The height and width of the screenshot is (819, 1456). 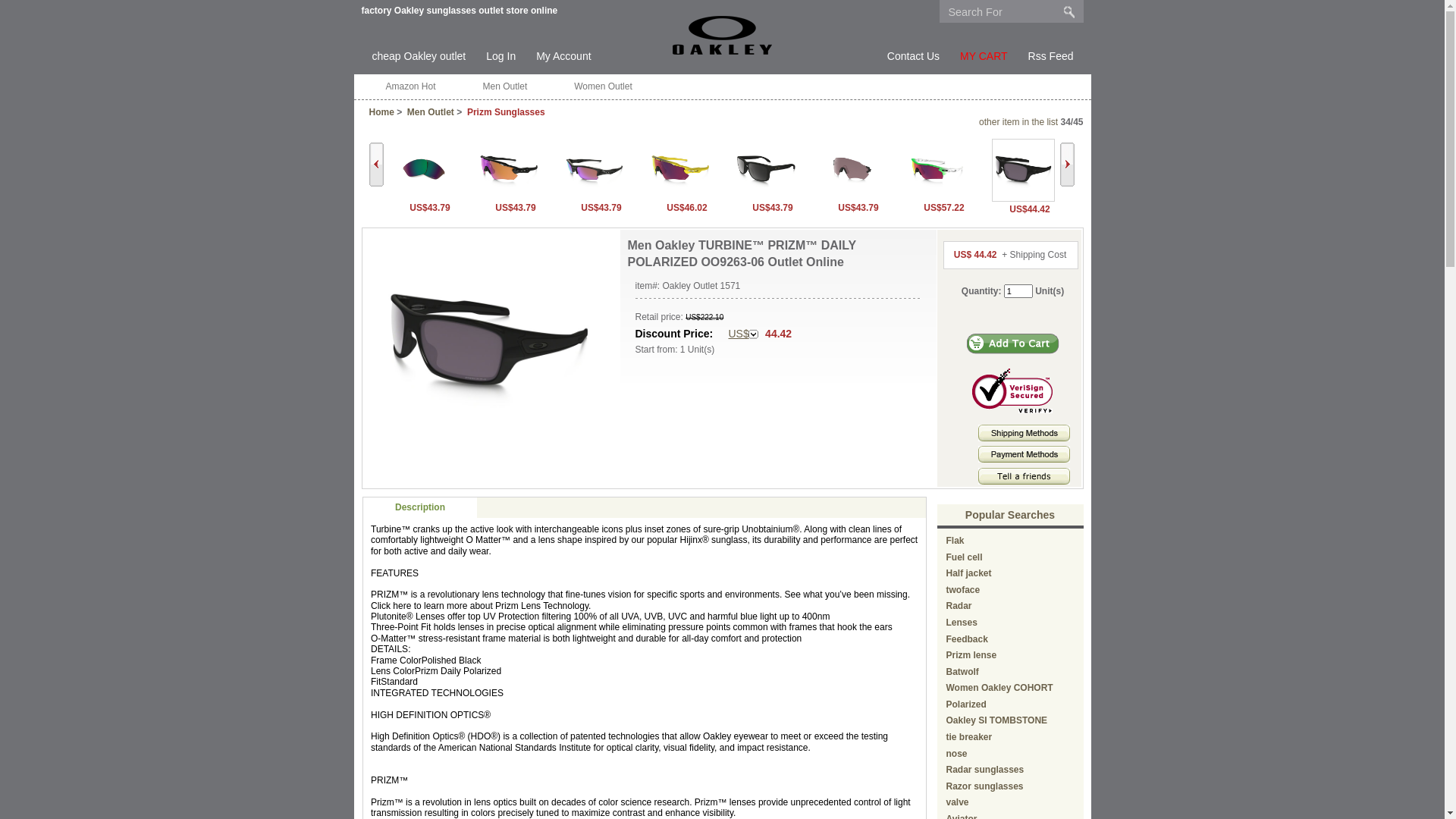 I want to click on 'cheap Oakley outlet', so click(x=419, y=55).